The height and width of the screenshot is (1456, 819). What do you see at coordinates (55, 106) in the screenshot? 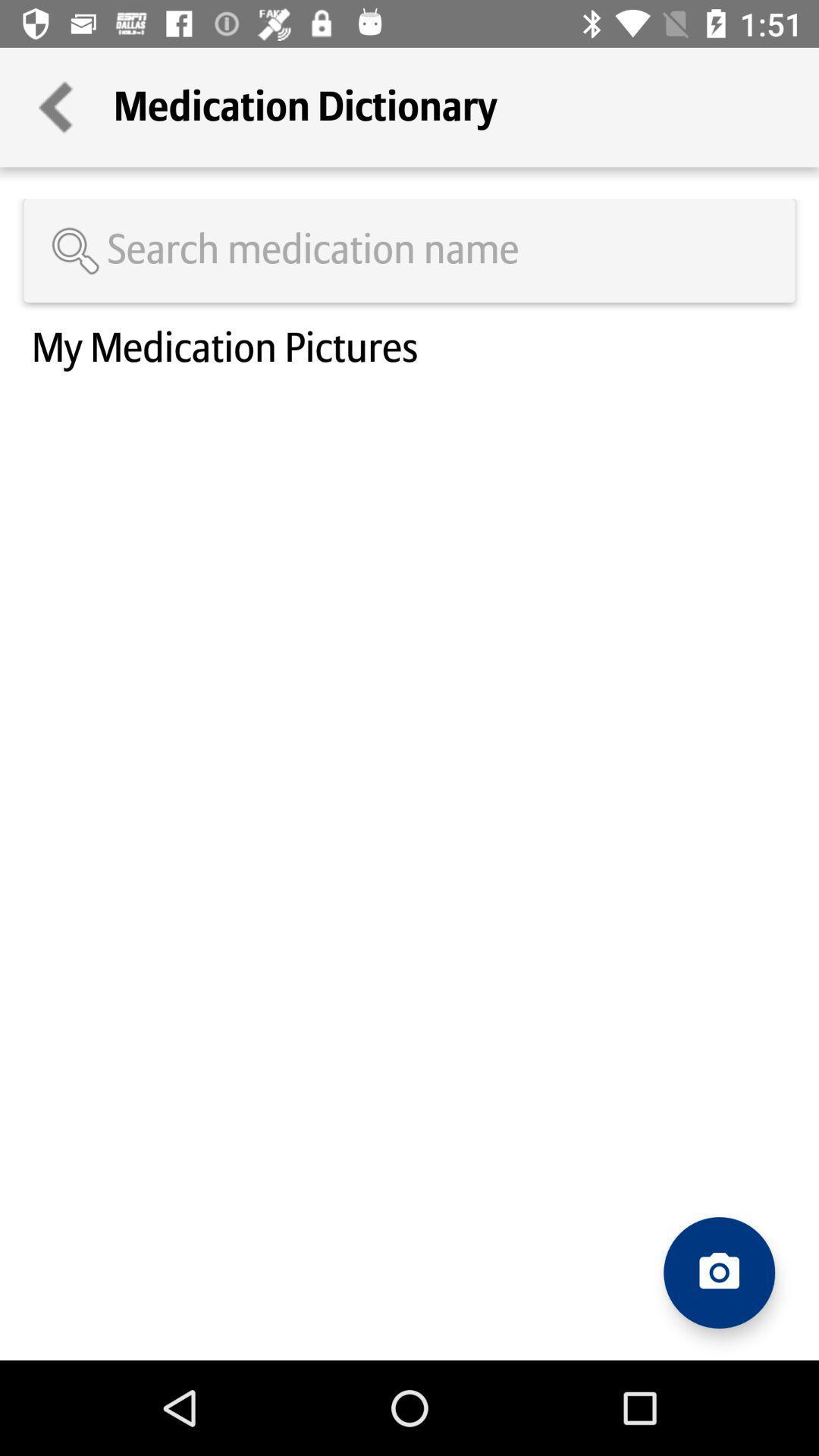
I see `go back` at bounding box center [55, 106].